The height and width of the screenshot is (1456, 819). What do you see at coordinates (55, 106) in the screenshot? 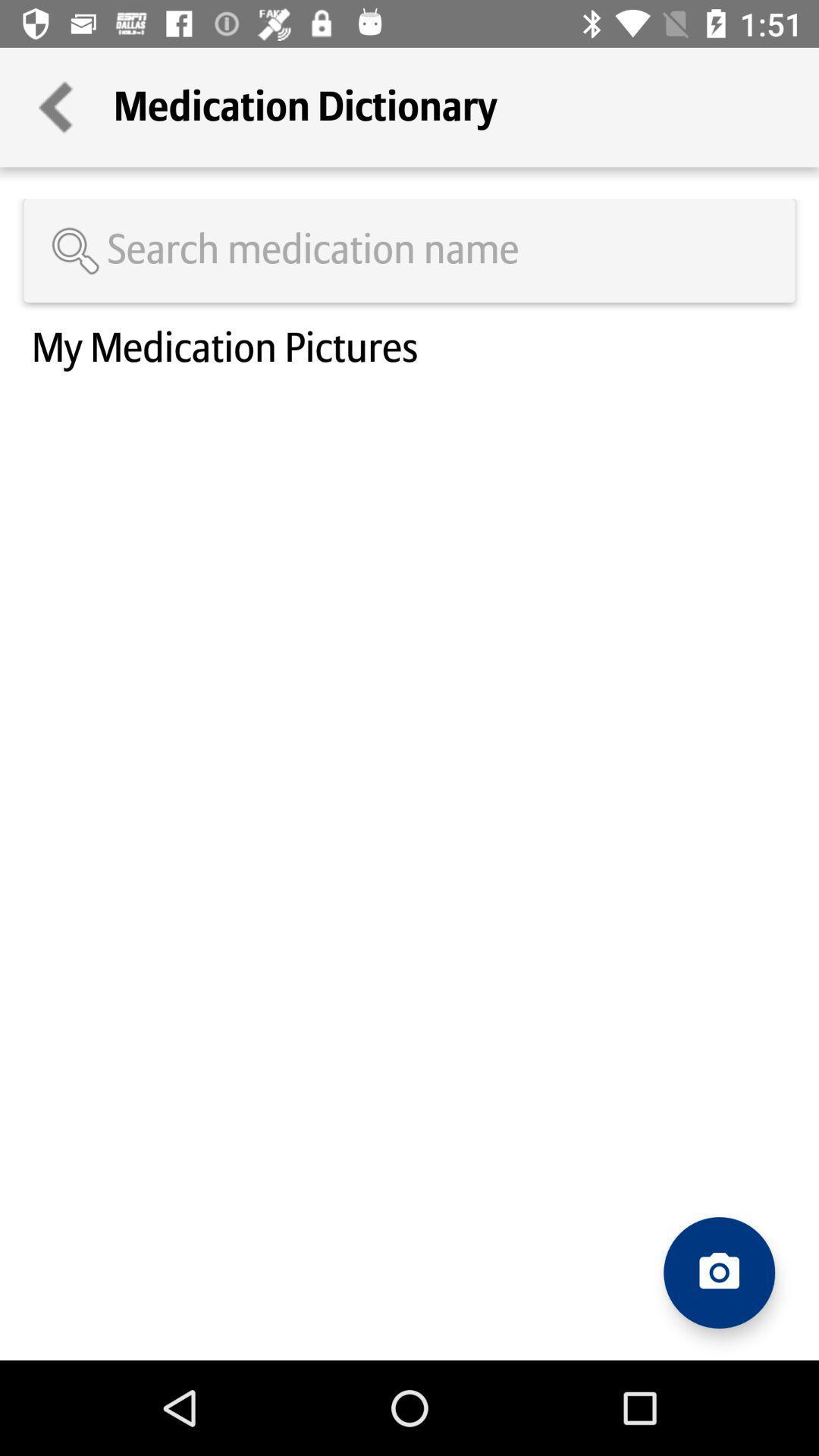
I see `go back` at bounding box center [55, 106].